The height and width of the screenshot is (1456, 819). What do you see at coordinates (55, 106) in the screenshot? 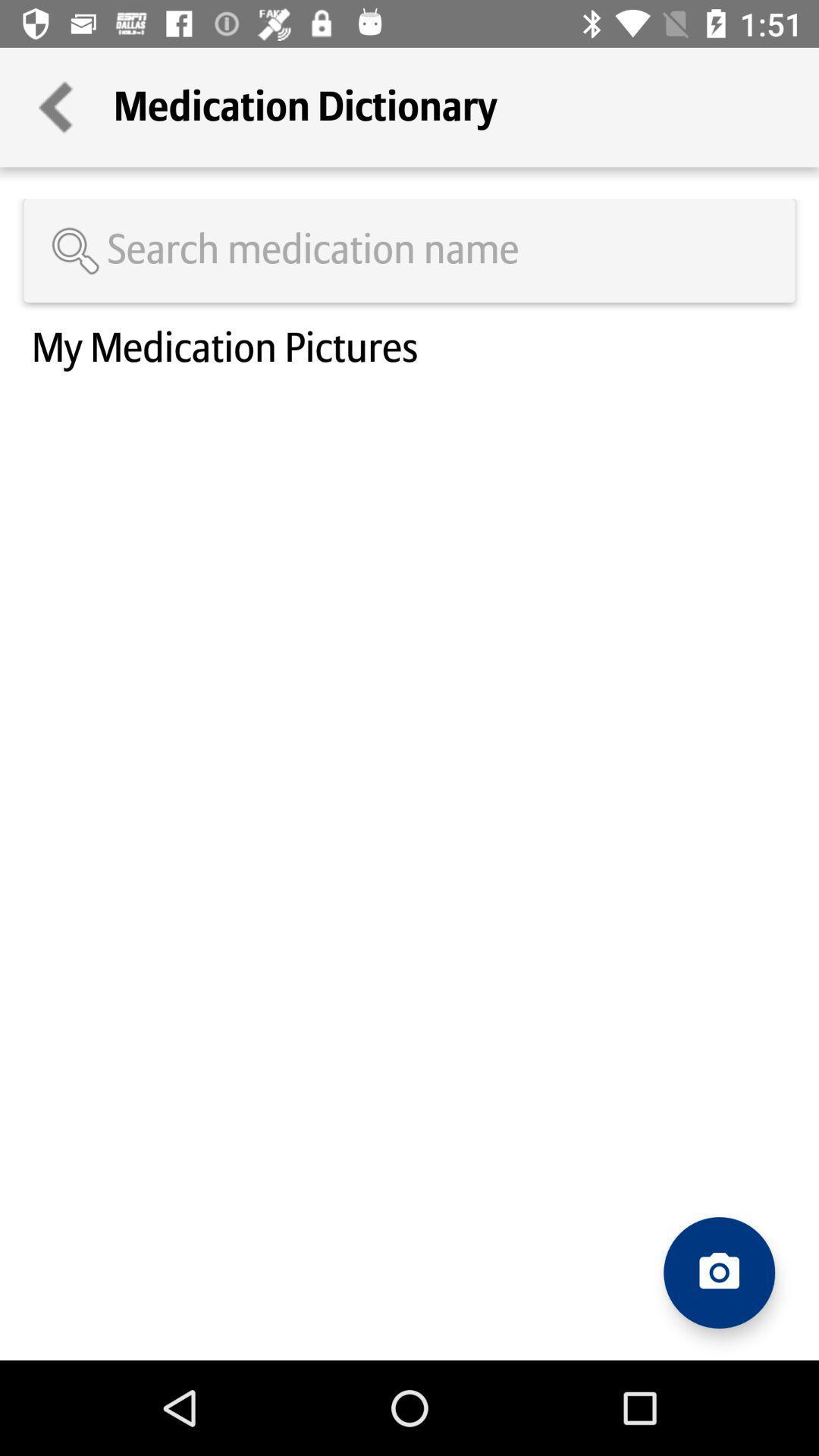
I see `go back` at bounding box center [55, 106].